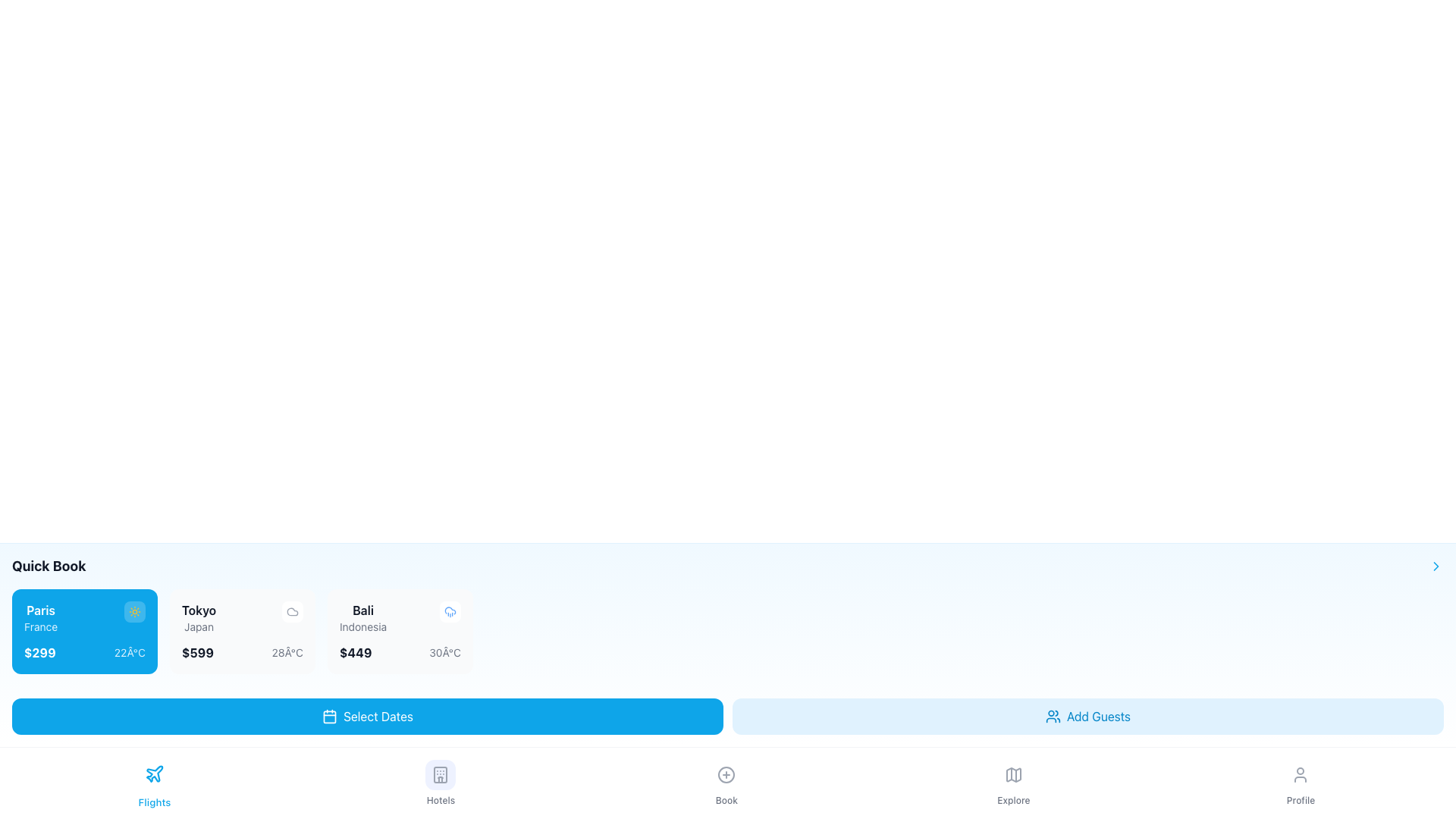 The width and height of the screenshot is (1456, 819). I want to click on the Text label displaying 'Japan' in gray color, located directly below 'Tokyo' in the 'Quick Book' section, so click(198, 626).